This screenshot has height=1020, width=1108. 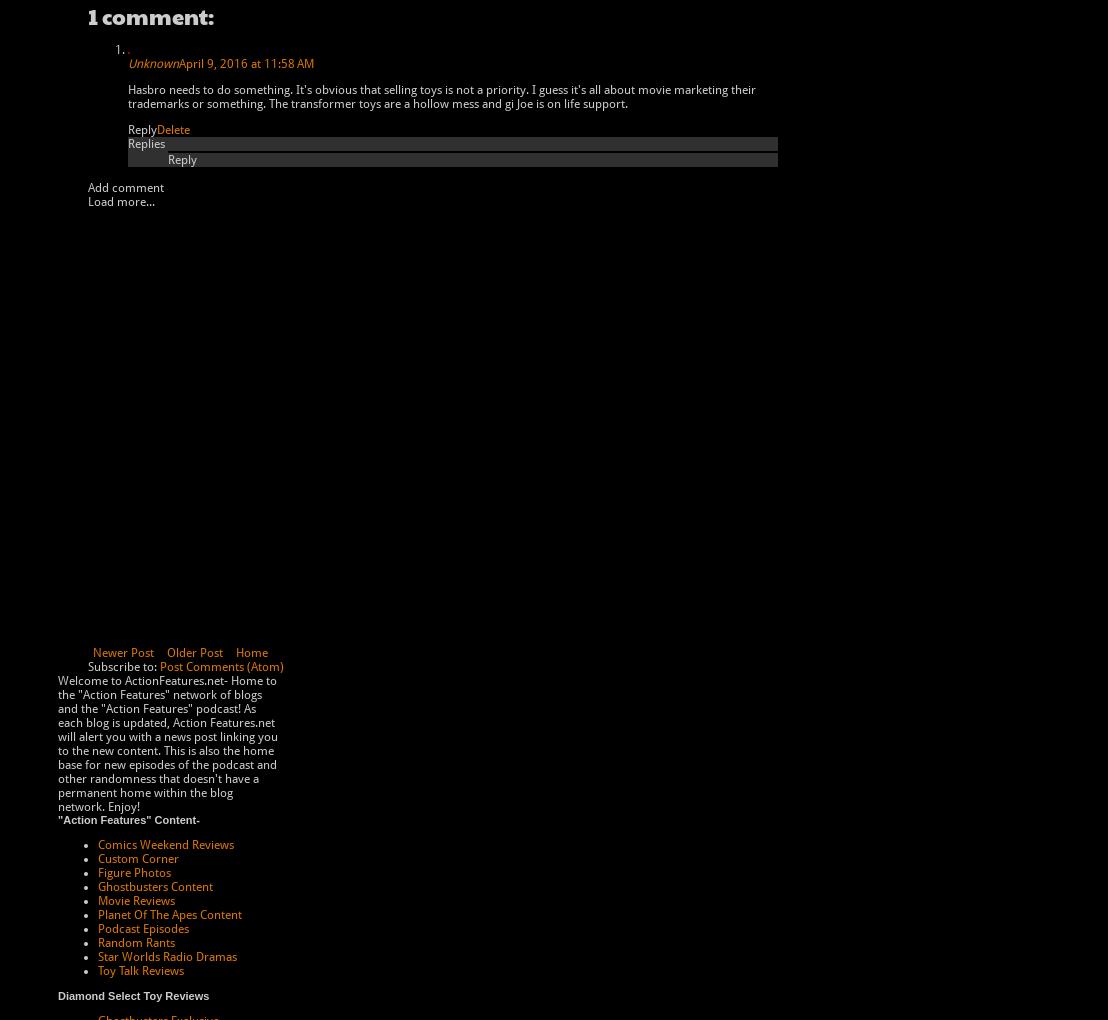 What do you see at coordinates (140, 970) in the screenshot?
I see `'Toy Talk Reviews'` at bounding box center [140, 970].